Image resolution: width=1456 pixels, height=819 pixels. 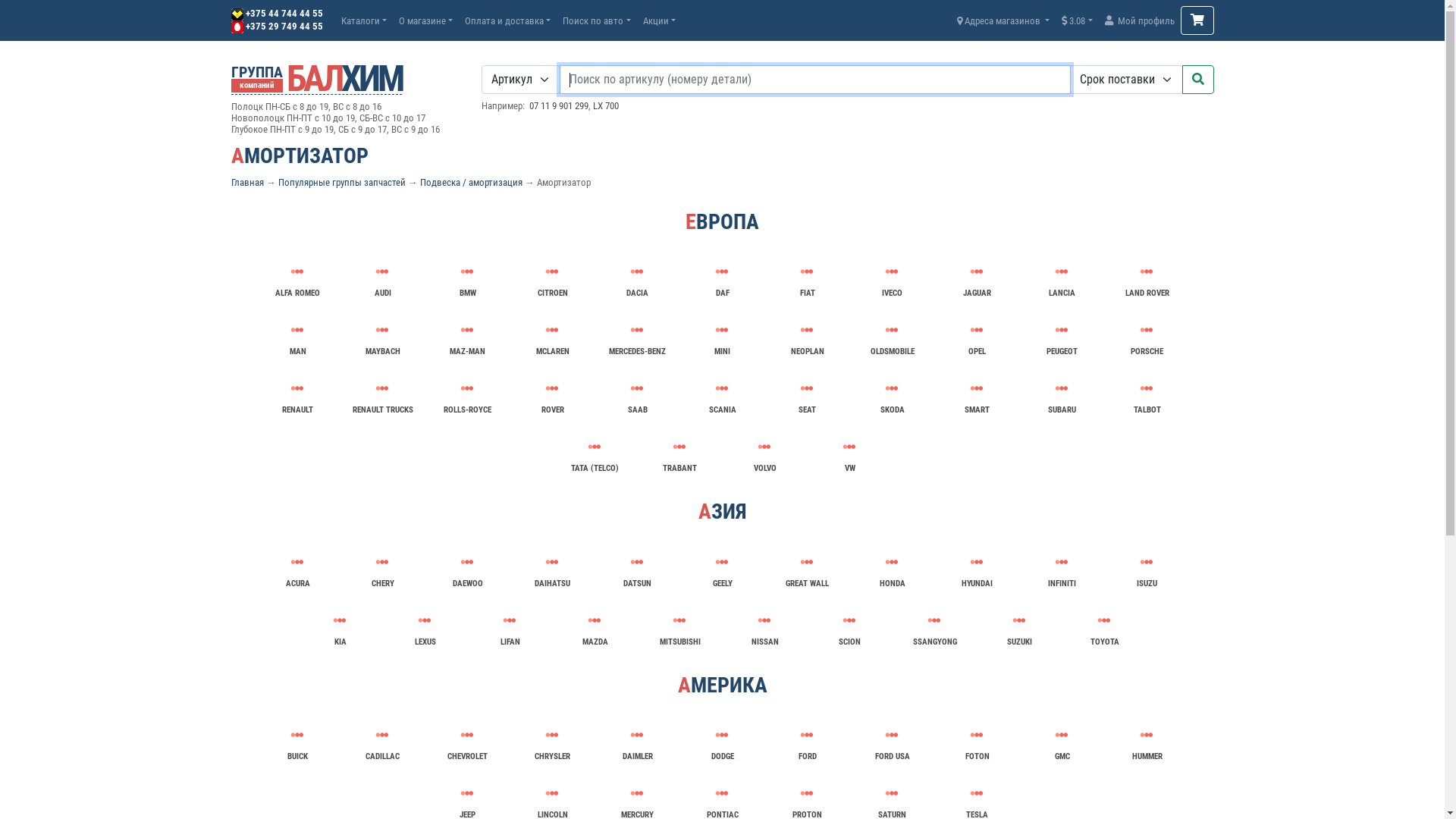 I want to click on 'CITROEN', so click(x=551, y=271).